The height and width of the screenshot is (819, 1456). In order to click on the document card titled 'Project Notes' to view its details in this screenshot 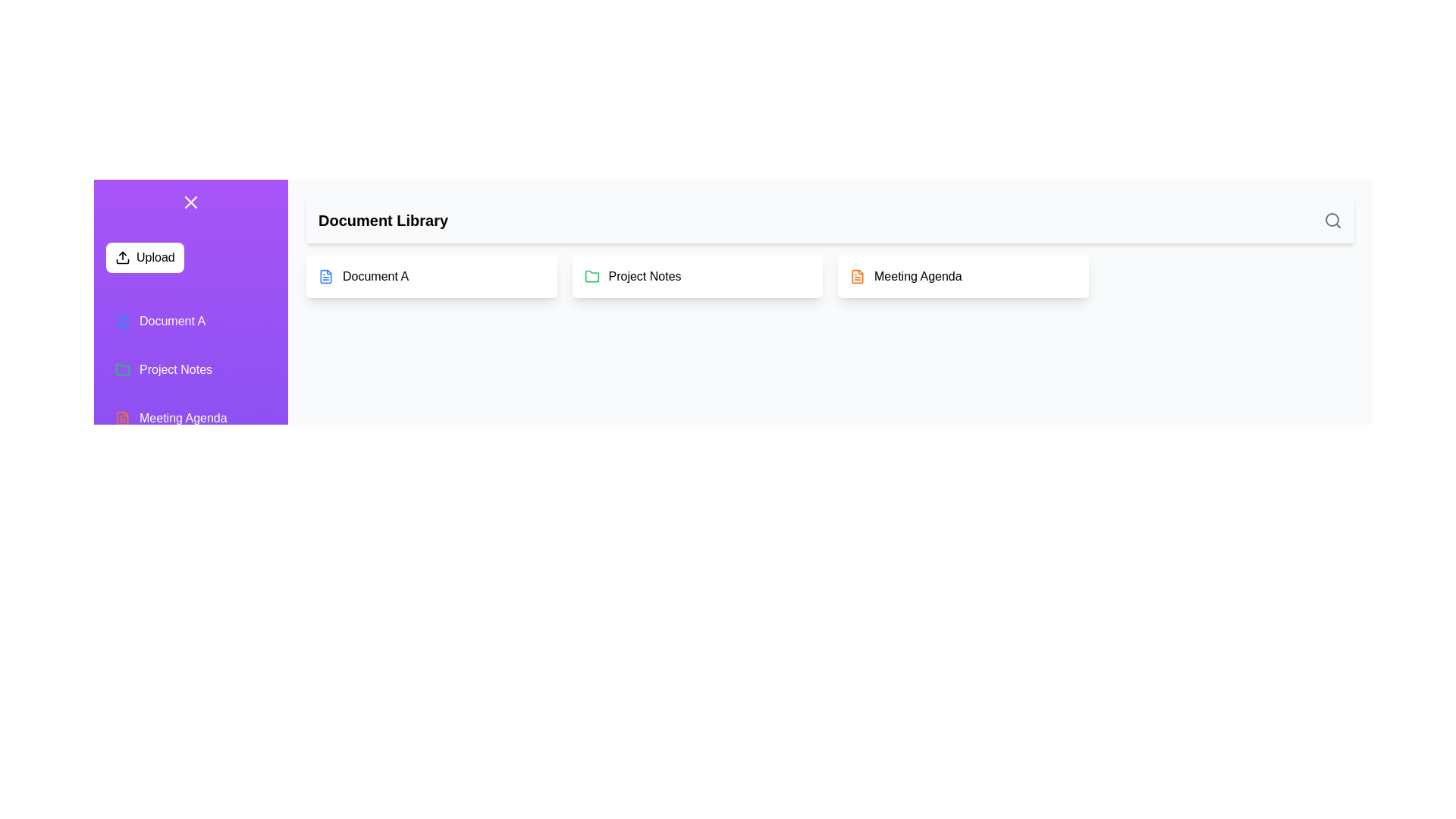, I will do `click(697, 277)`.